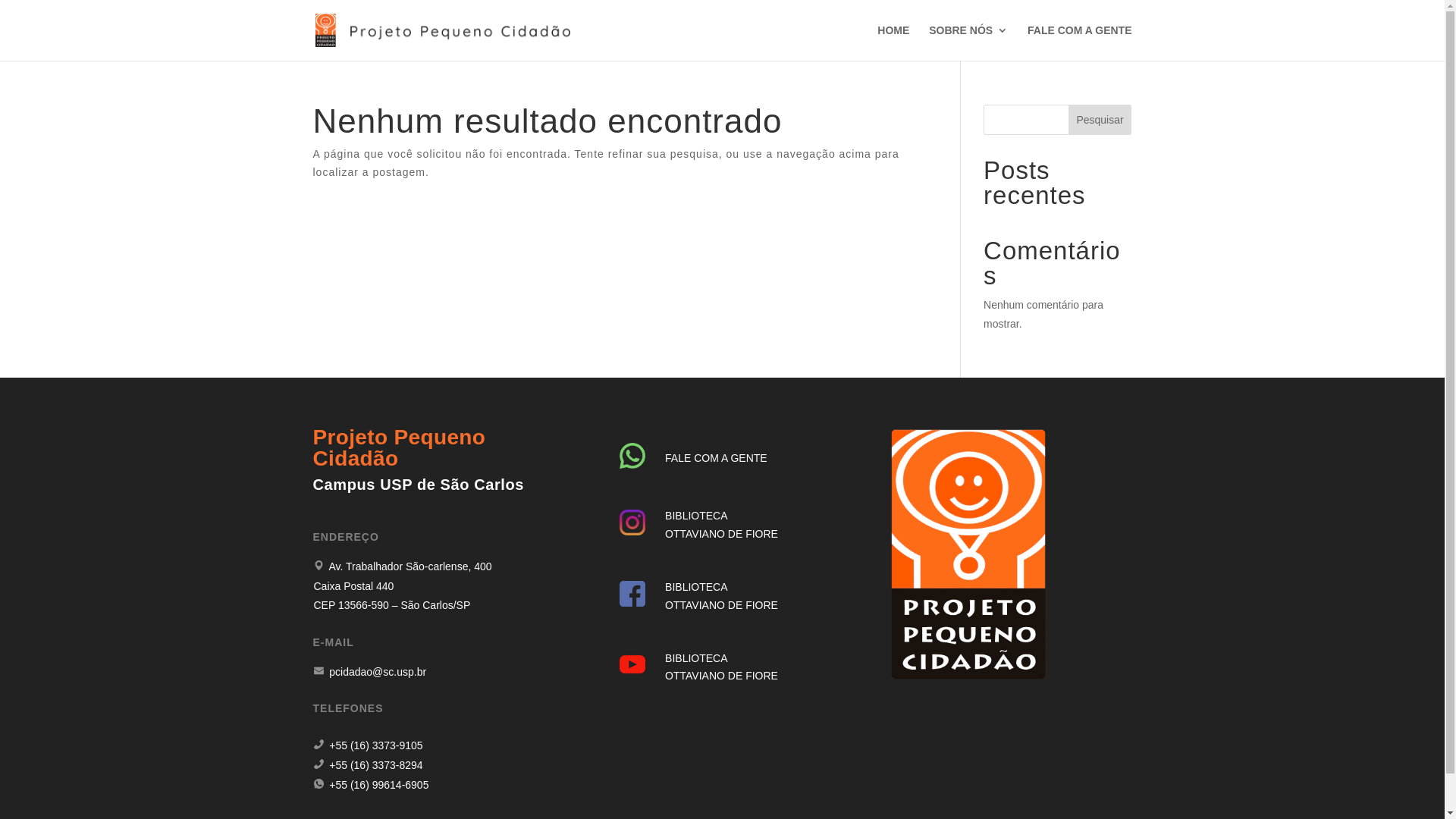 The width and height of the screenshot is (1456, 819). What do you see at coordinates (715, 457) in the screenshot?
I see `'FALE COM A GENTE'` at bounding box center [715, 457].